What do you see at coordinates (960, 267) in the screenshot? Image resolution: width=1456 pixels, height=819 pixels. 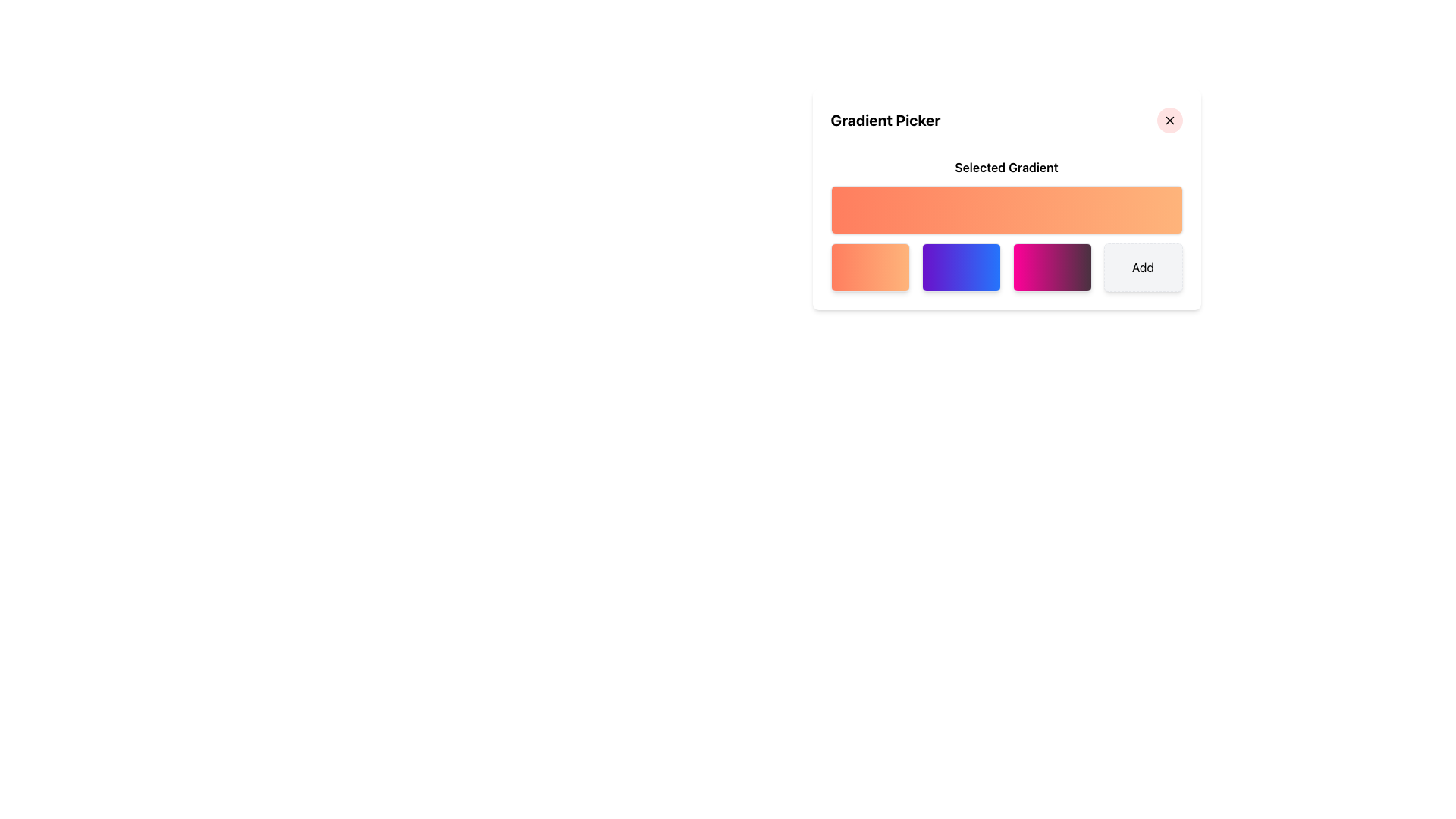 I see `the second gradient button in the Gradient Picker interface` at bounding box center [960, 267].